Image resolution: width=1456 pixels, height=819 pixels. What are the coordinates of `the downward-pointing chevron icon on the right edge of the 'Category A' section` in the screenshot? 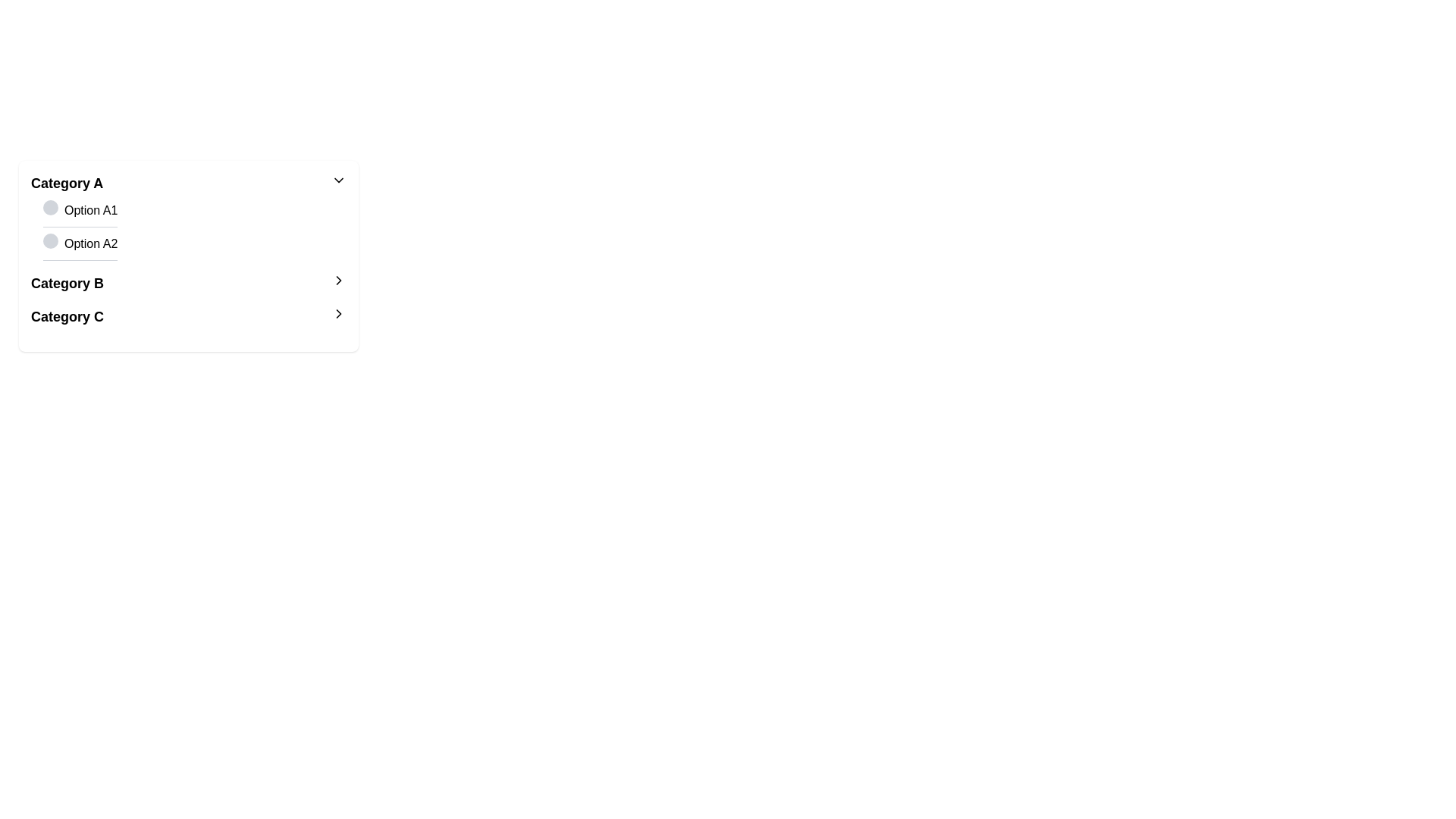 It's located at (337, 180).